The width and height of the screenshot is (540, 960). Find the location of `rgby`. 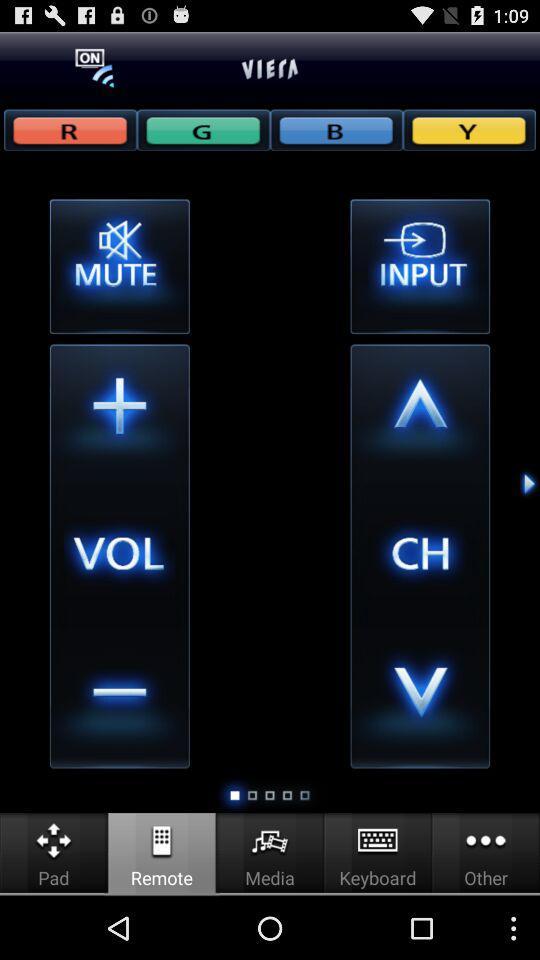

rgby is located at coordinates (469, 128).